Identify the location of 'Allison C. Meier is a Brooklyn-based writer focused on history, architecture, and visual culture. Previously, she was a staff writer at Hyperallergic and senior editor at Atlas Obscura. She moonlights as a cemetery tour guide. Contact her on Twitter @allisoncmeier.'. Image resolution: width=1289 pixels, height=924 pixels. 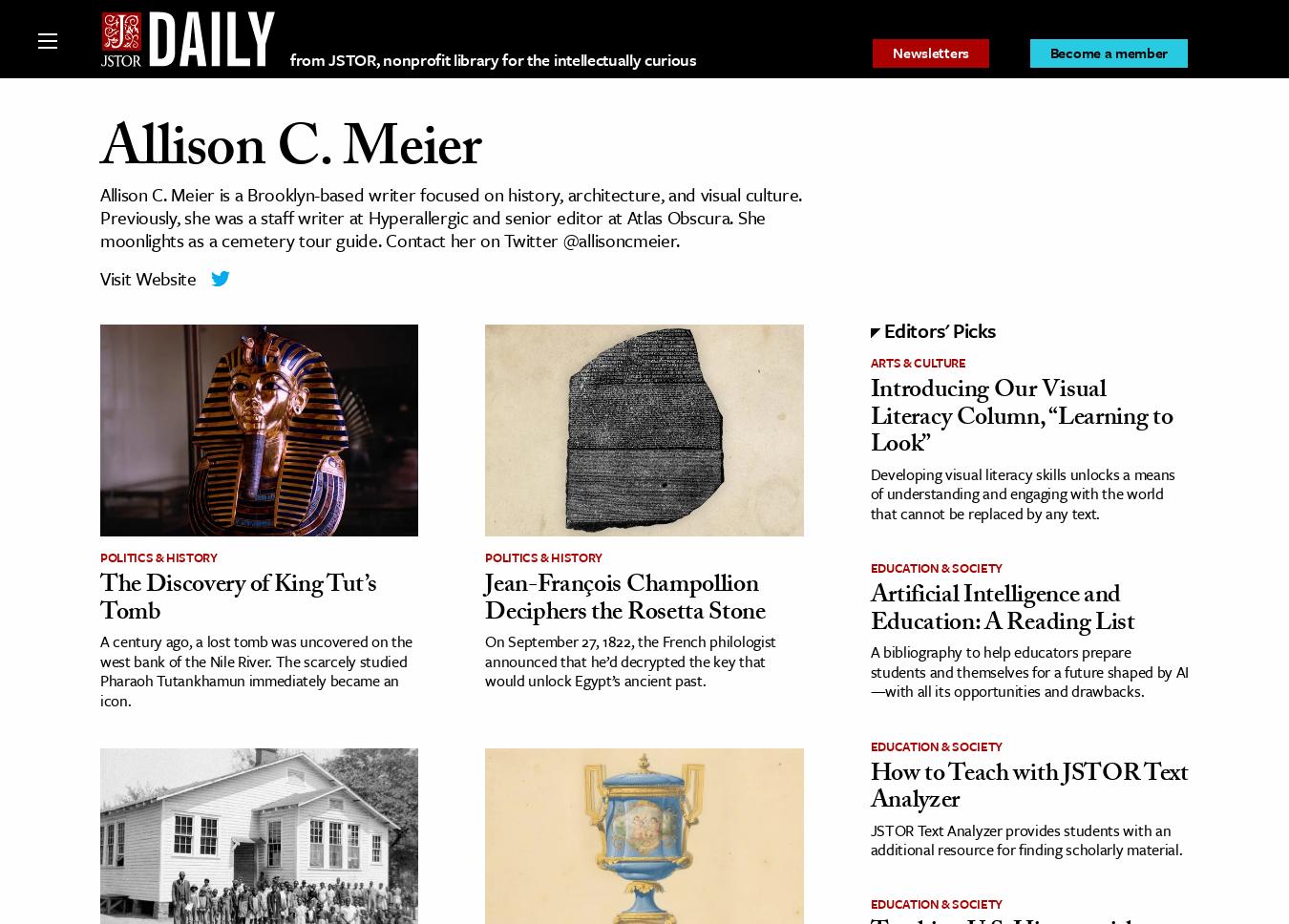
(449, 216).